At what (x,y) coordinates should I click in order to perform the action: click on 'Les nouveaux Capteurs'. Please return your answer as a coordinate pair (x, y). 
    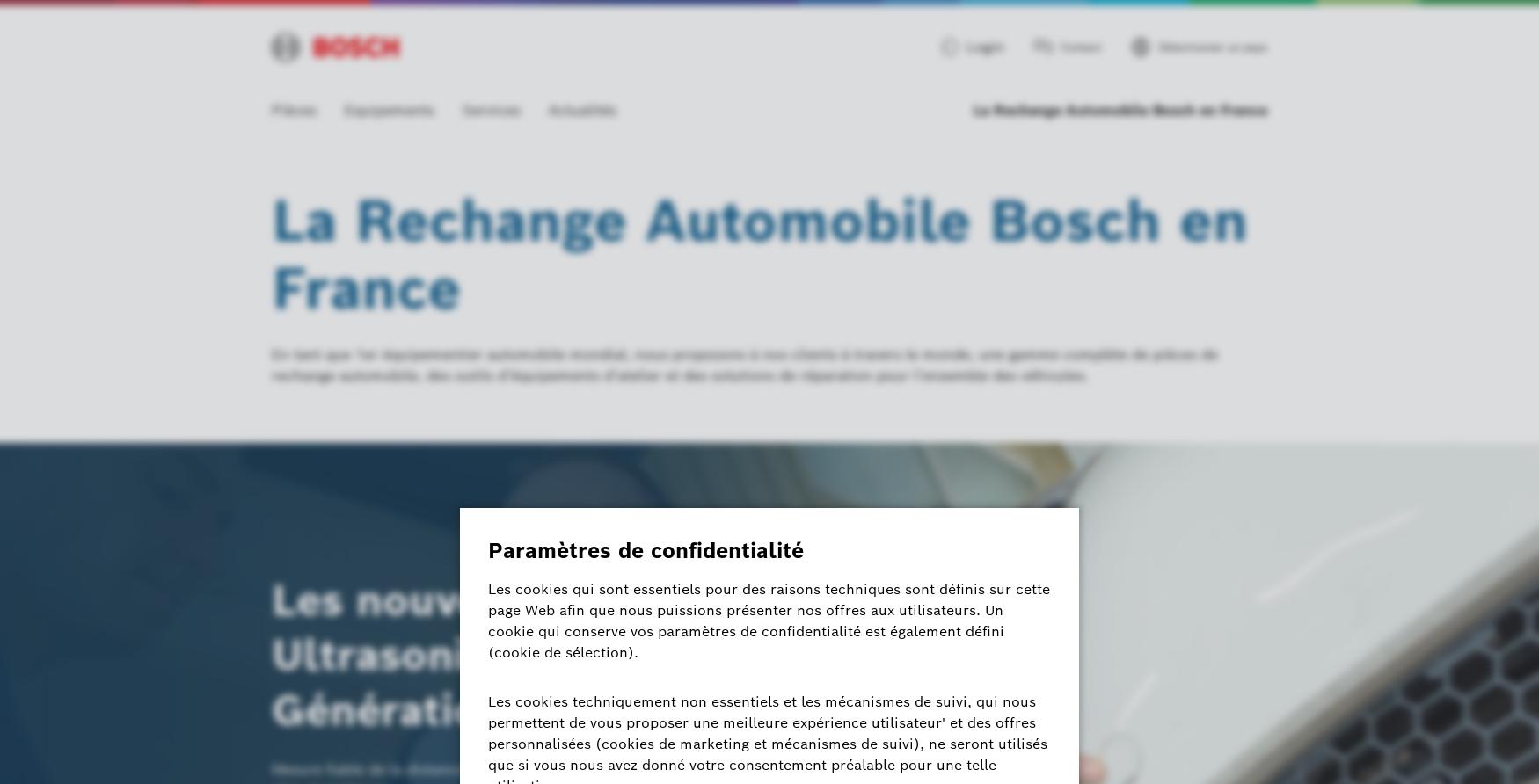
    Looking at the image, I should click on (515, 600).